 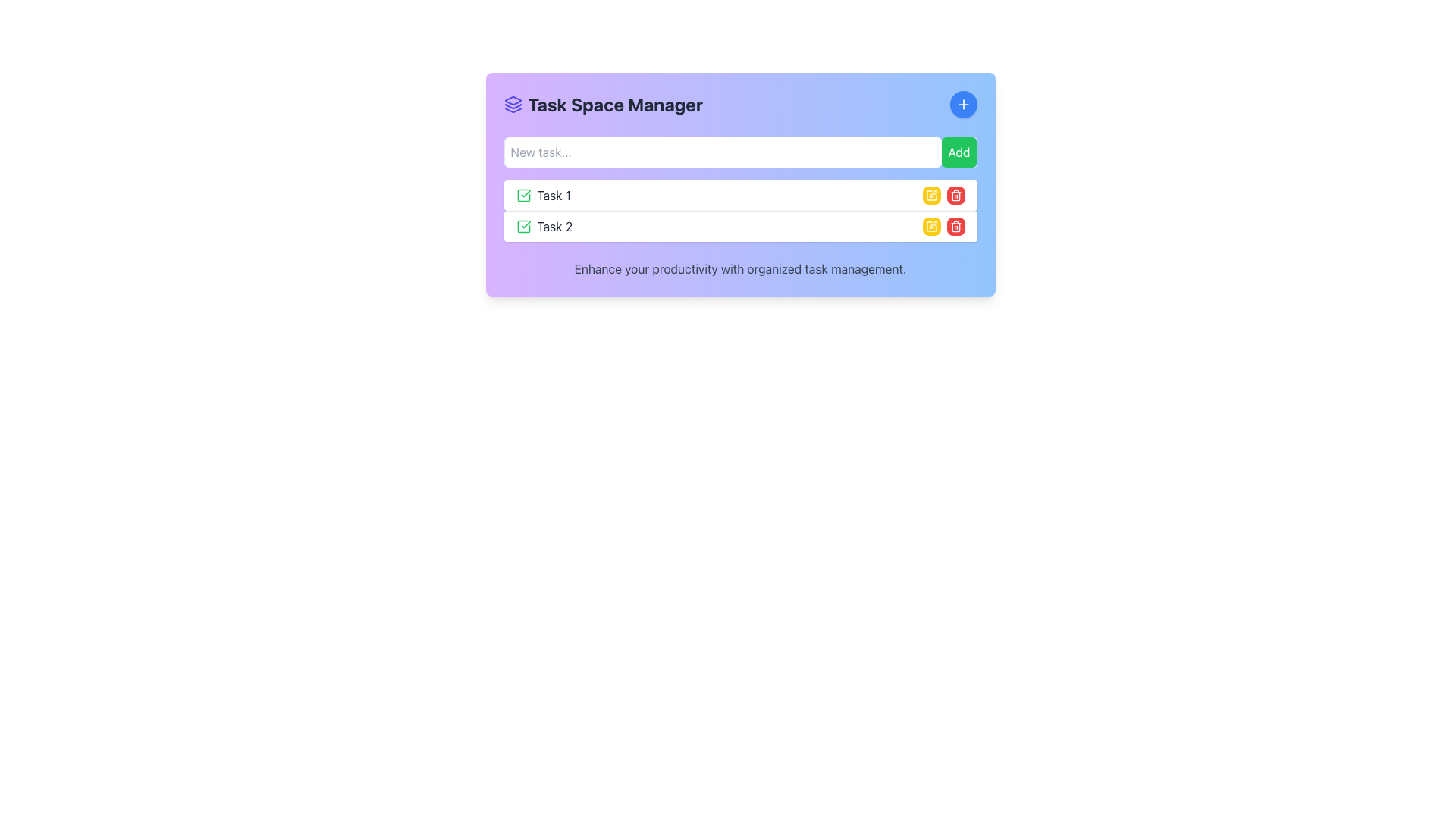 I want to click on the edit button, which is the first interactive button on the right side of the row for 'Task 2' and has a pen icon, so click(x=930, y=227).